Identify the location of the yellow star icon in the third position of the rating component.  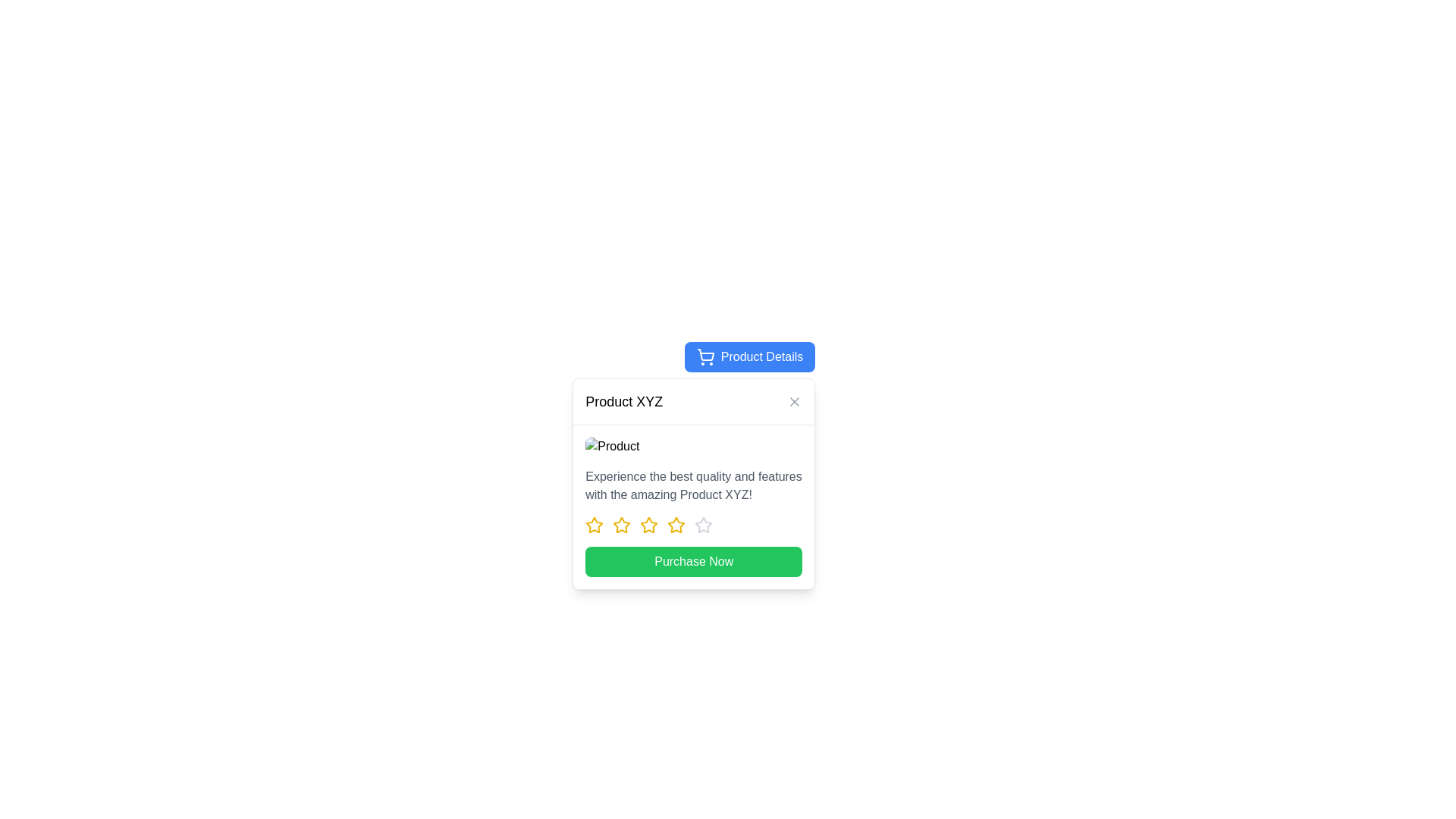
(622, 525).